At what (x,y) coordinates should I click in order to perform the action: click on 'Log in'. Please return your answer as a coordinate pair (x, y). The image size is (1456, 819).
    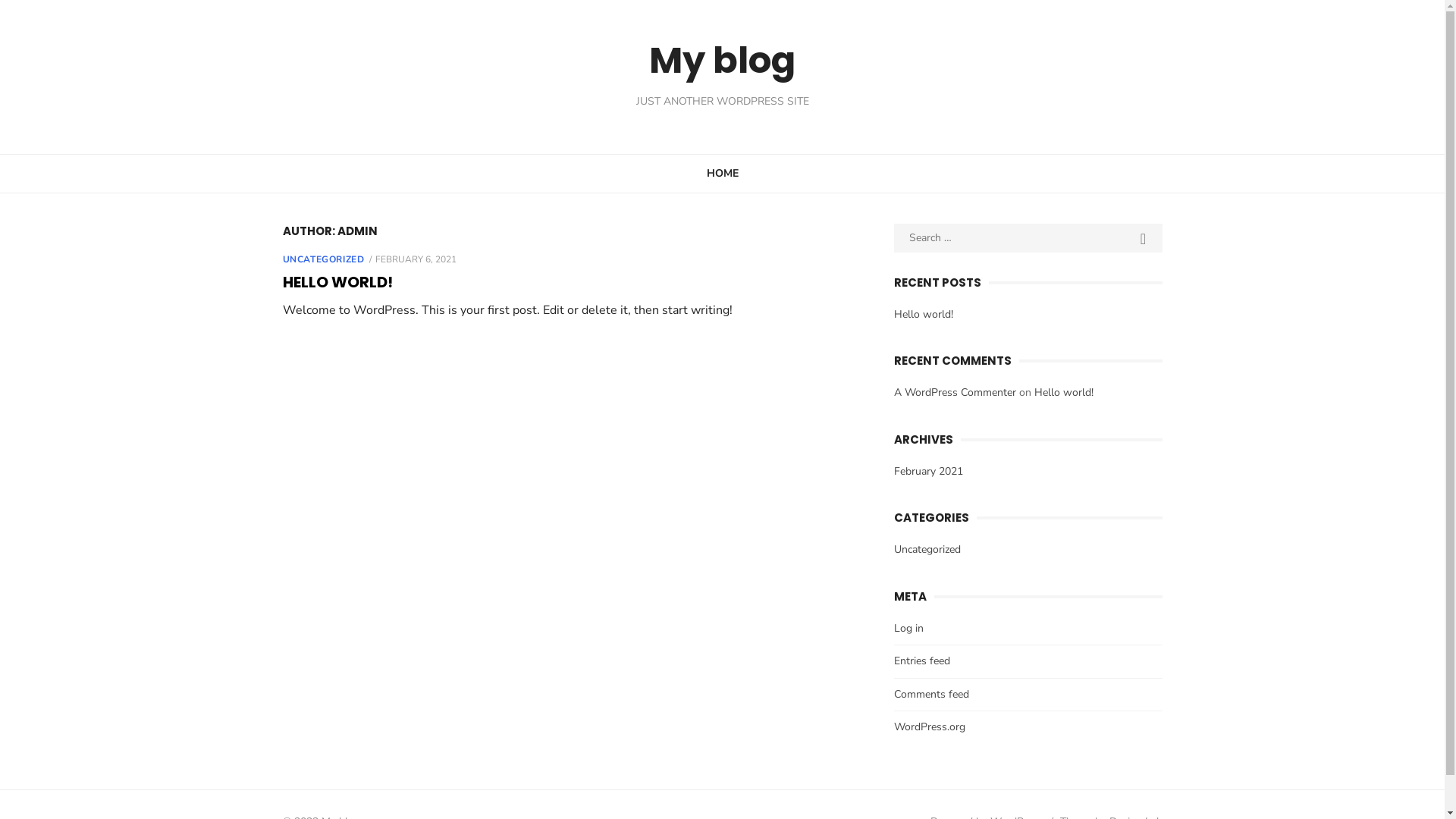
    Looking at the image, I should click on (908, 627).